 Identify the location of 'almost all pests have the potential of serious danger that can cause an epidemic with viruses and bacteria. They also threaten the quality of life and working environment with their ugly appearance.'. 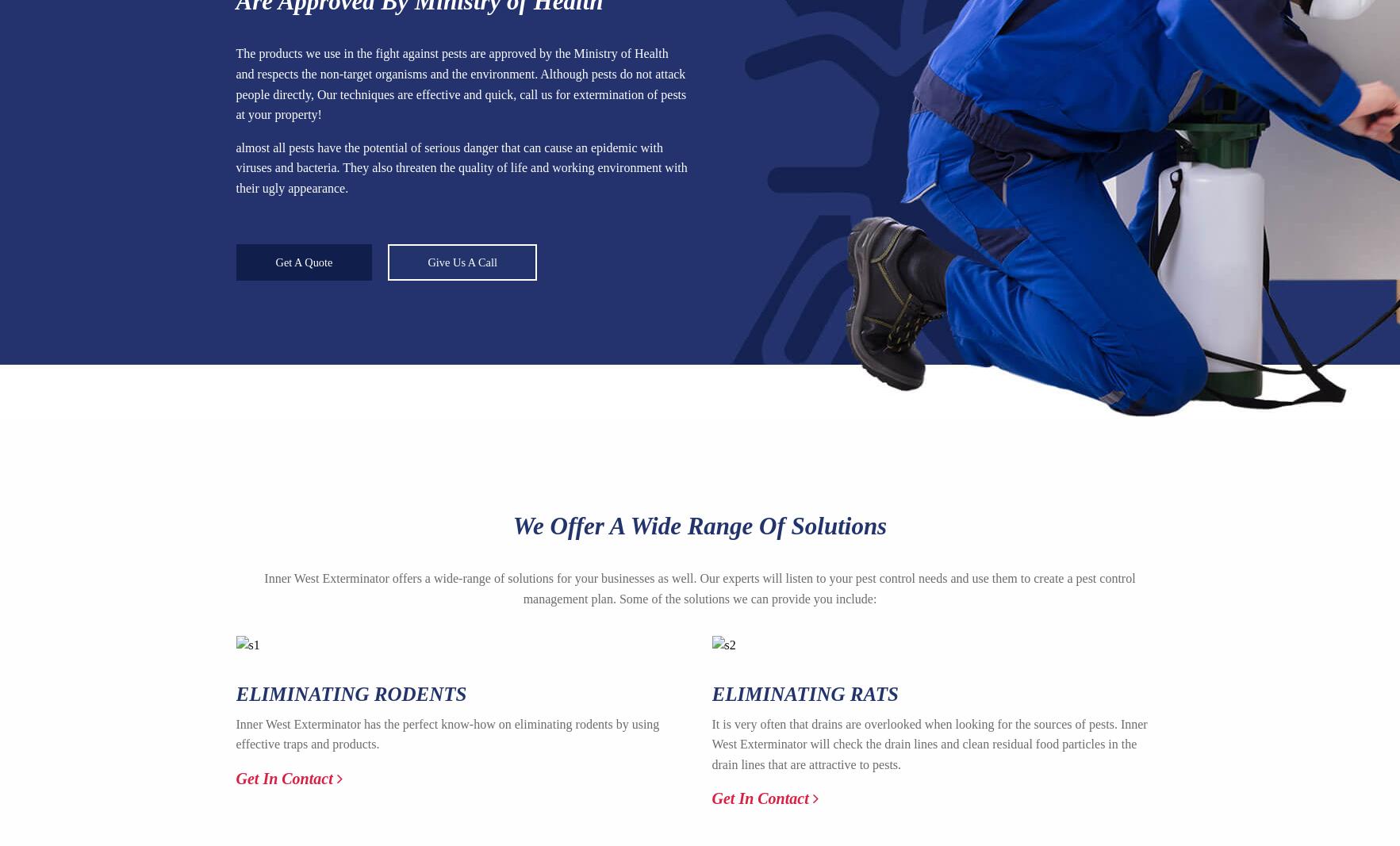
(460, 167).